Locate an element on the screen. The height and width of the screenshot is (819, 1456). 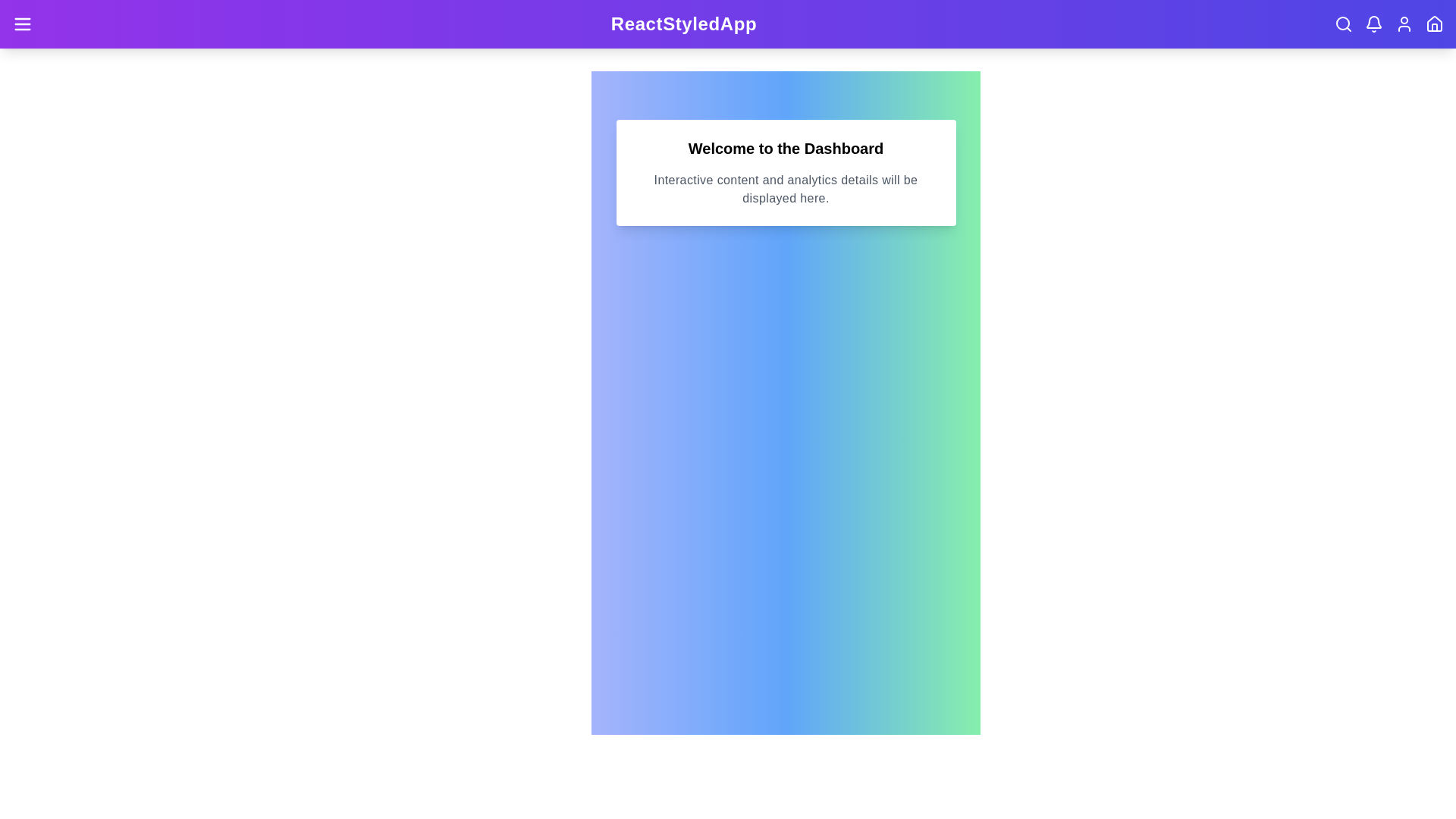
the Home navigation icon to navigate is located at coordinates (1433, 24).